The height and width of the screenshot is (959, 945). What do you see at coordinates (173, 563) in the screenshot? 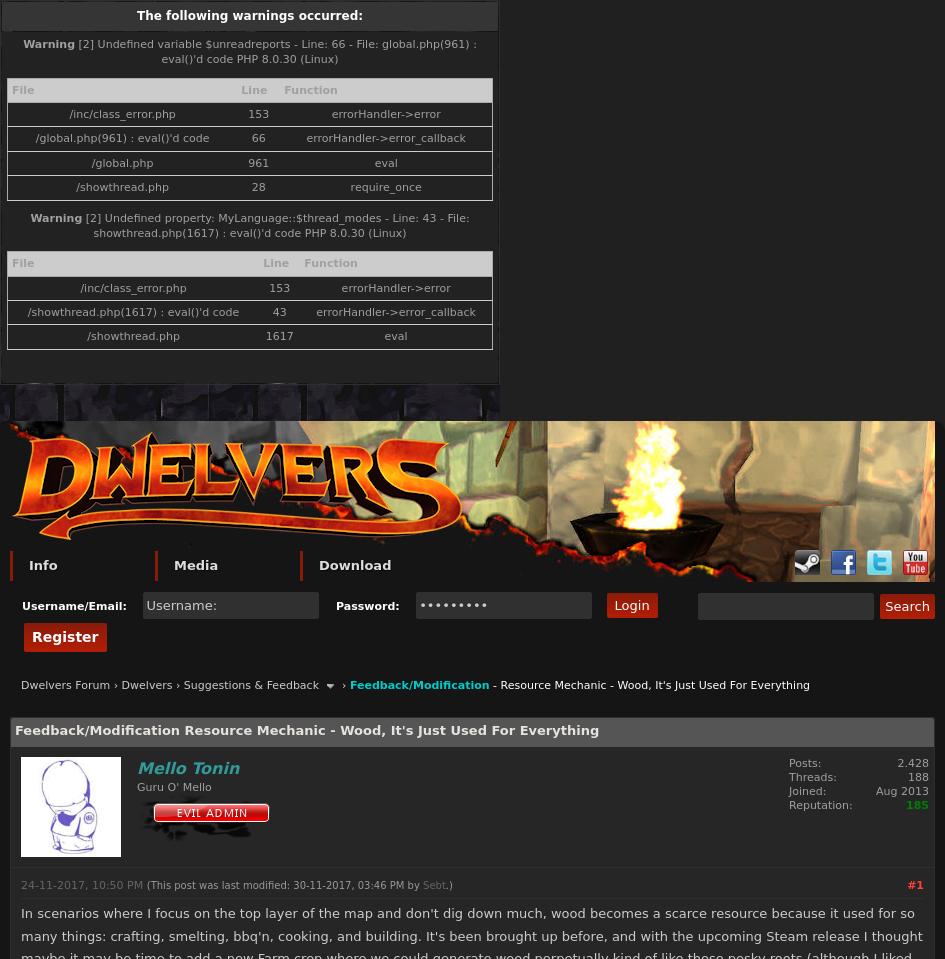
I see `'Media'` at bounding box center [173, 563].